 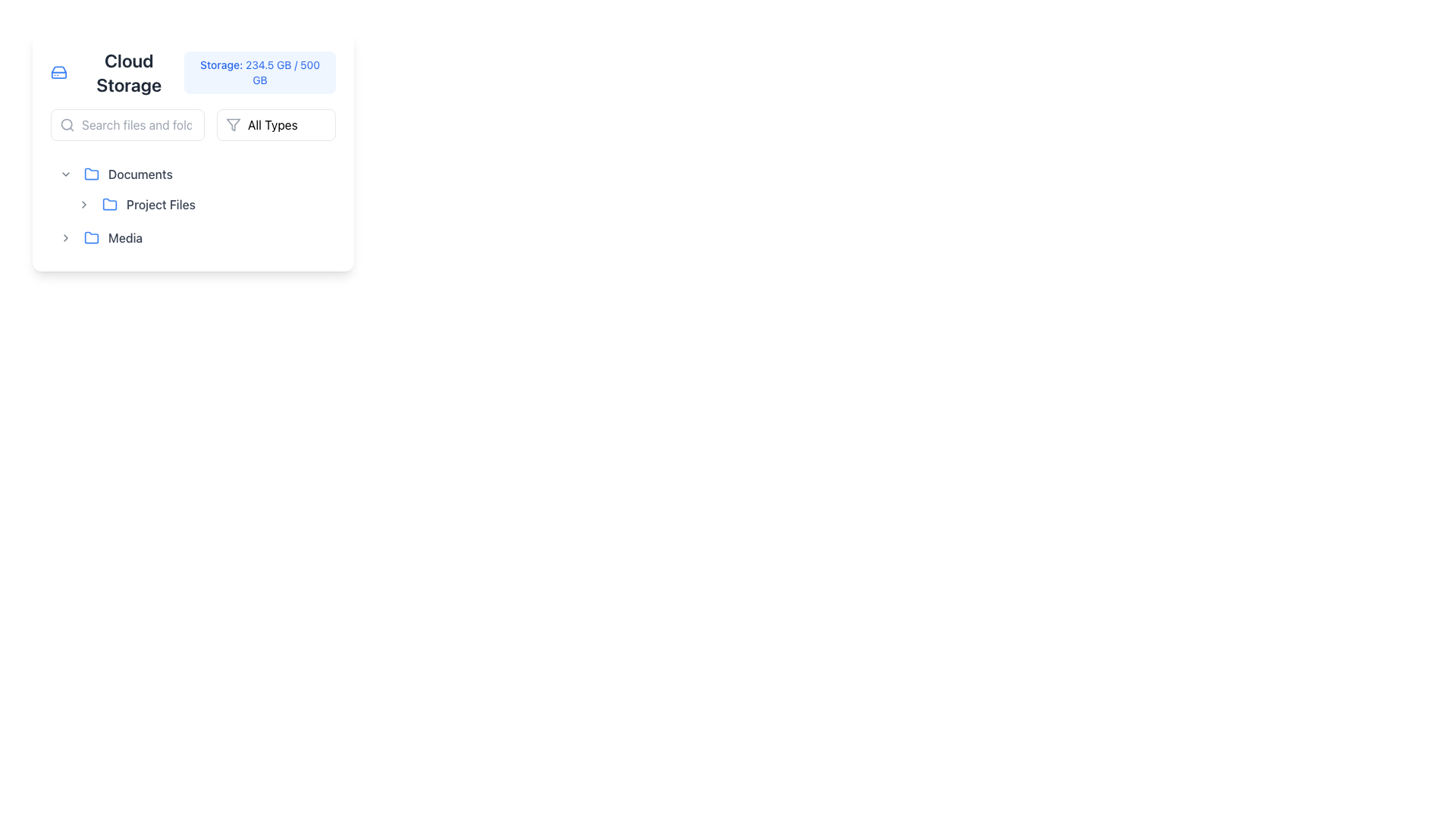 I want to click on the folder icon located under the 'Cloud Storage' heading, positioned to the left of the text 'Media', so click(x=90, y=237).